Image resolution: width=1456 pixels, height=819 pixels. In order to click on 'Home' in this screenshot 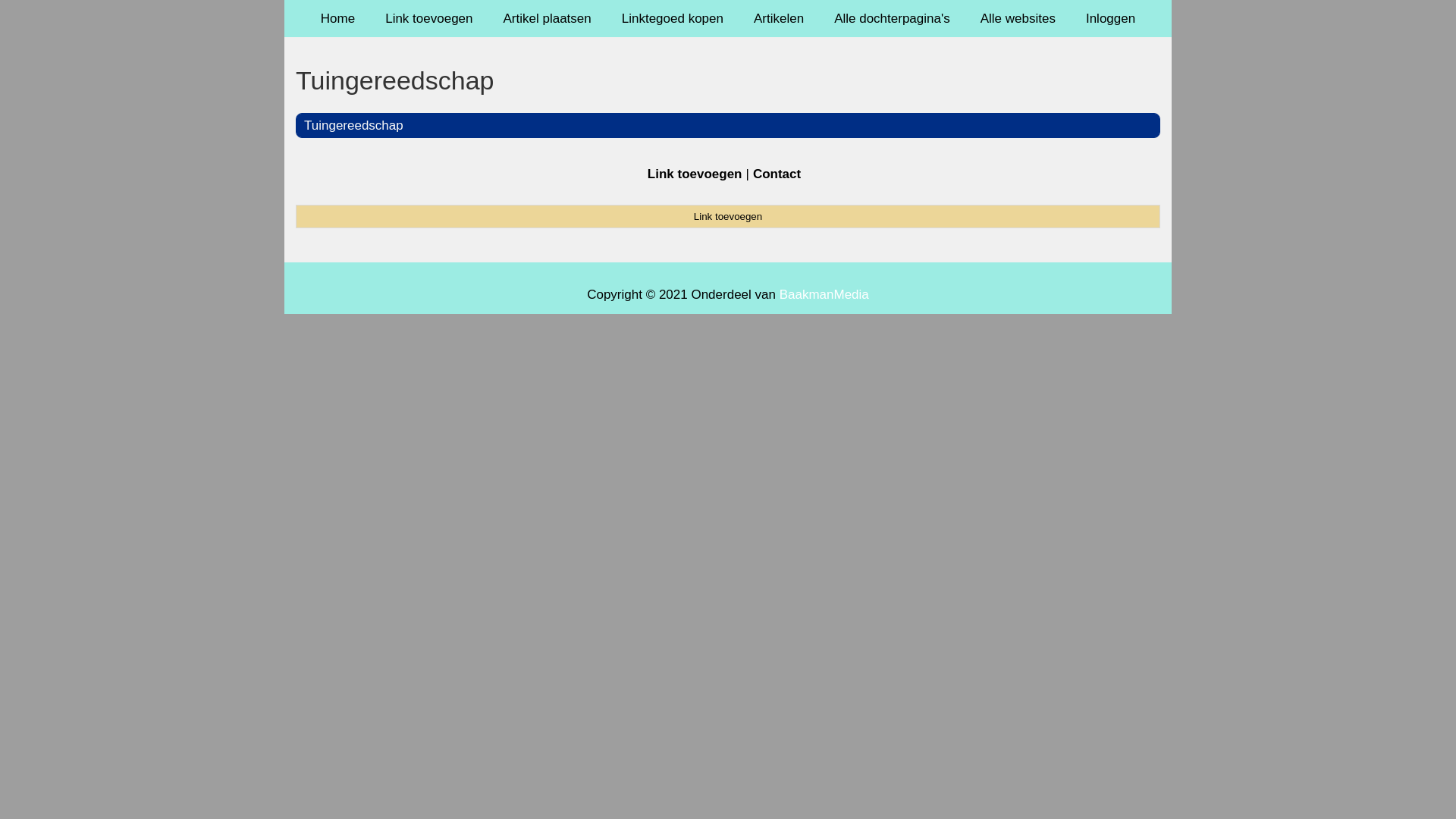, I will do `click(337, 18)`.